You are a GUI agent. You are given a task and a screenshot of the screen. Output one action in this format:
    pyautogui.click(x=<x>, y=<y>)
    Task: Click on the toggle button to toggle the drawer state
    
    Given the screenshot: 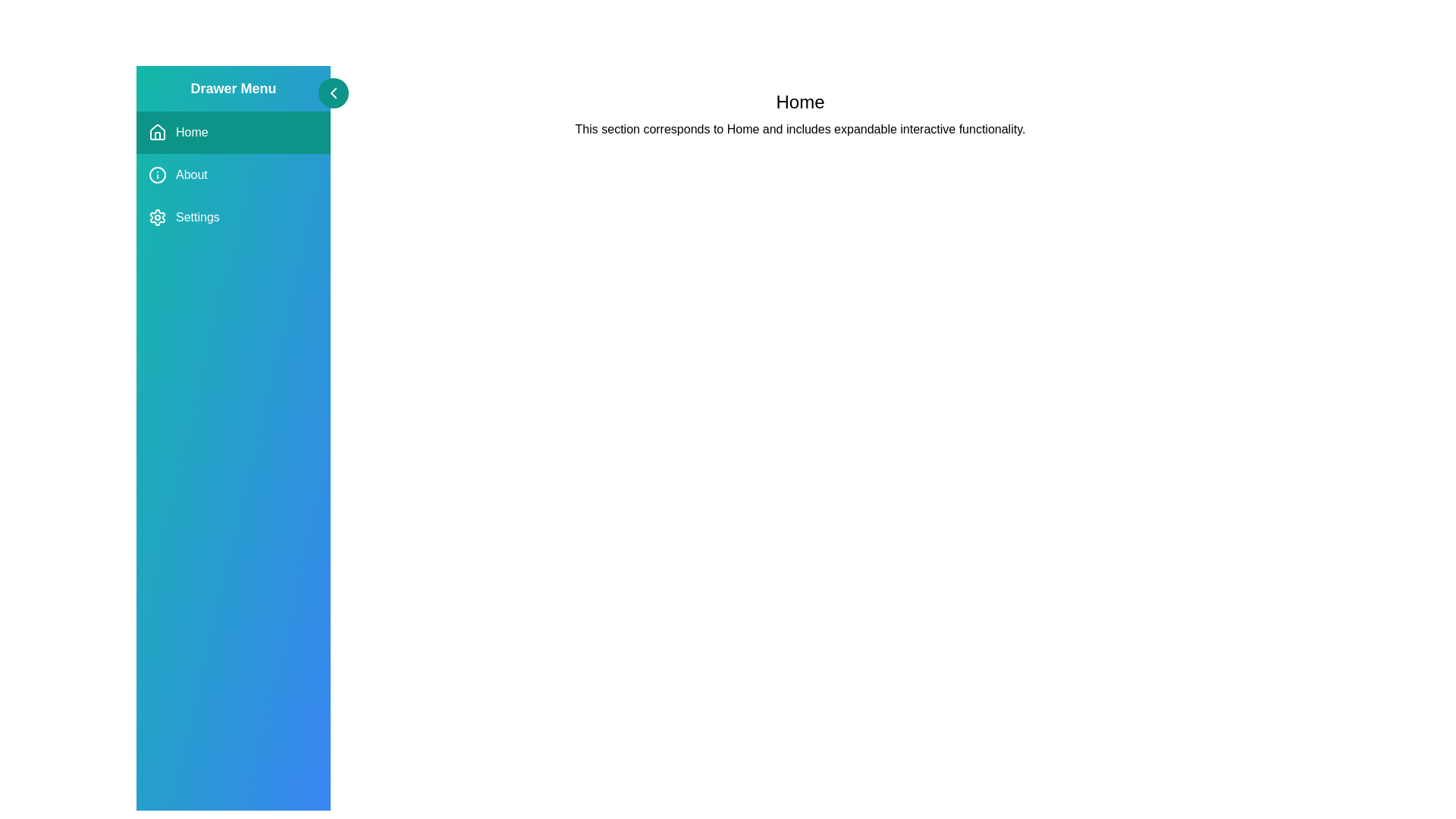 What is the action you would take?
    pyautogui.click(x=333, y=93)
    